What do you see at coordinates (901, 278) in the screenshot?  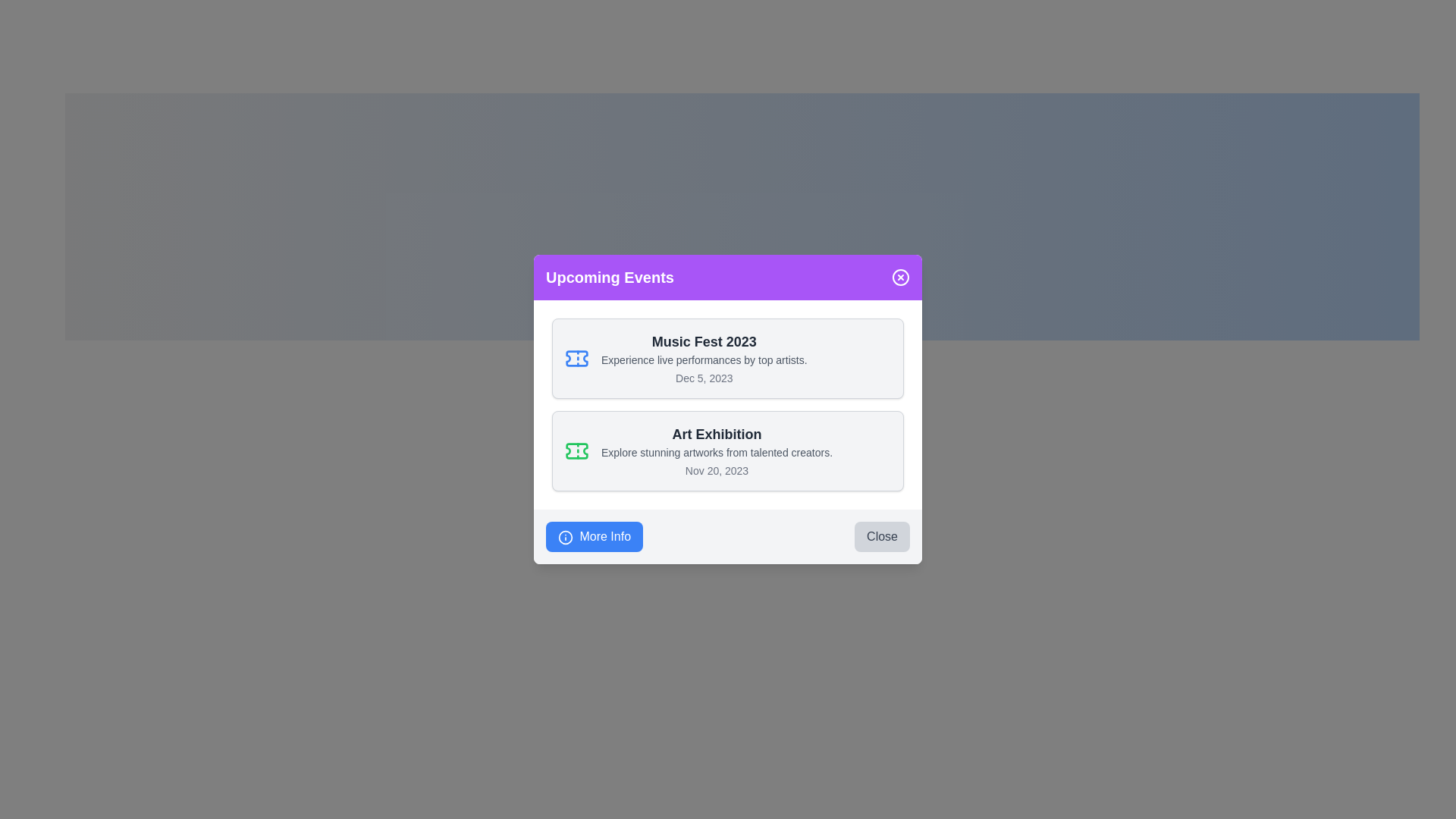 I see `the circular close button with a cross mark located in the top-right corner of the purple header bar of the 'Upcoming Events' modal` at bounding box center [901, 278].